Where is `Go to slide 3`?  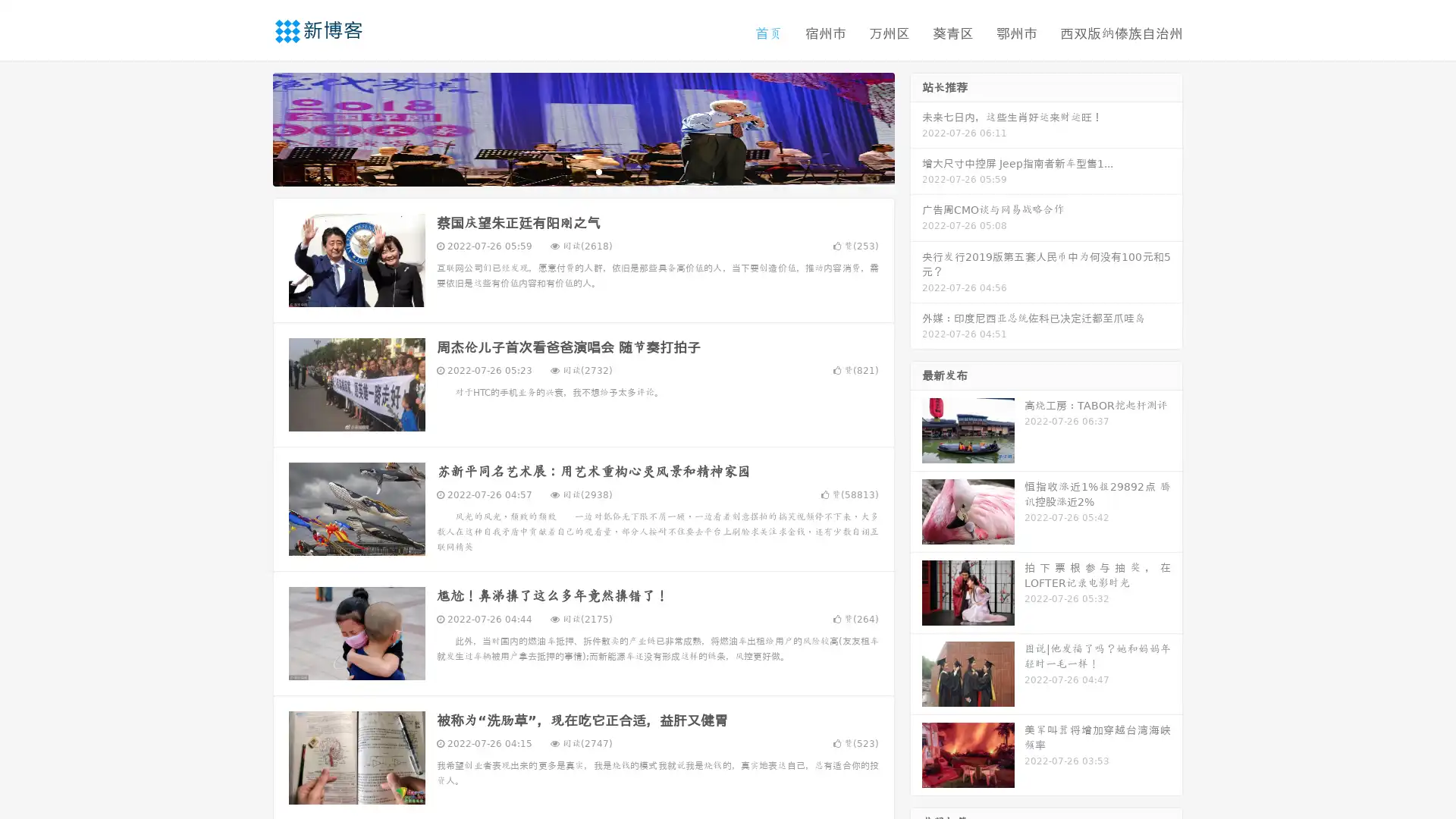
Go to slide 3 is located at coordinates (598, 171).